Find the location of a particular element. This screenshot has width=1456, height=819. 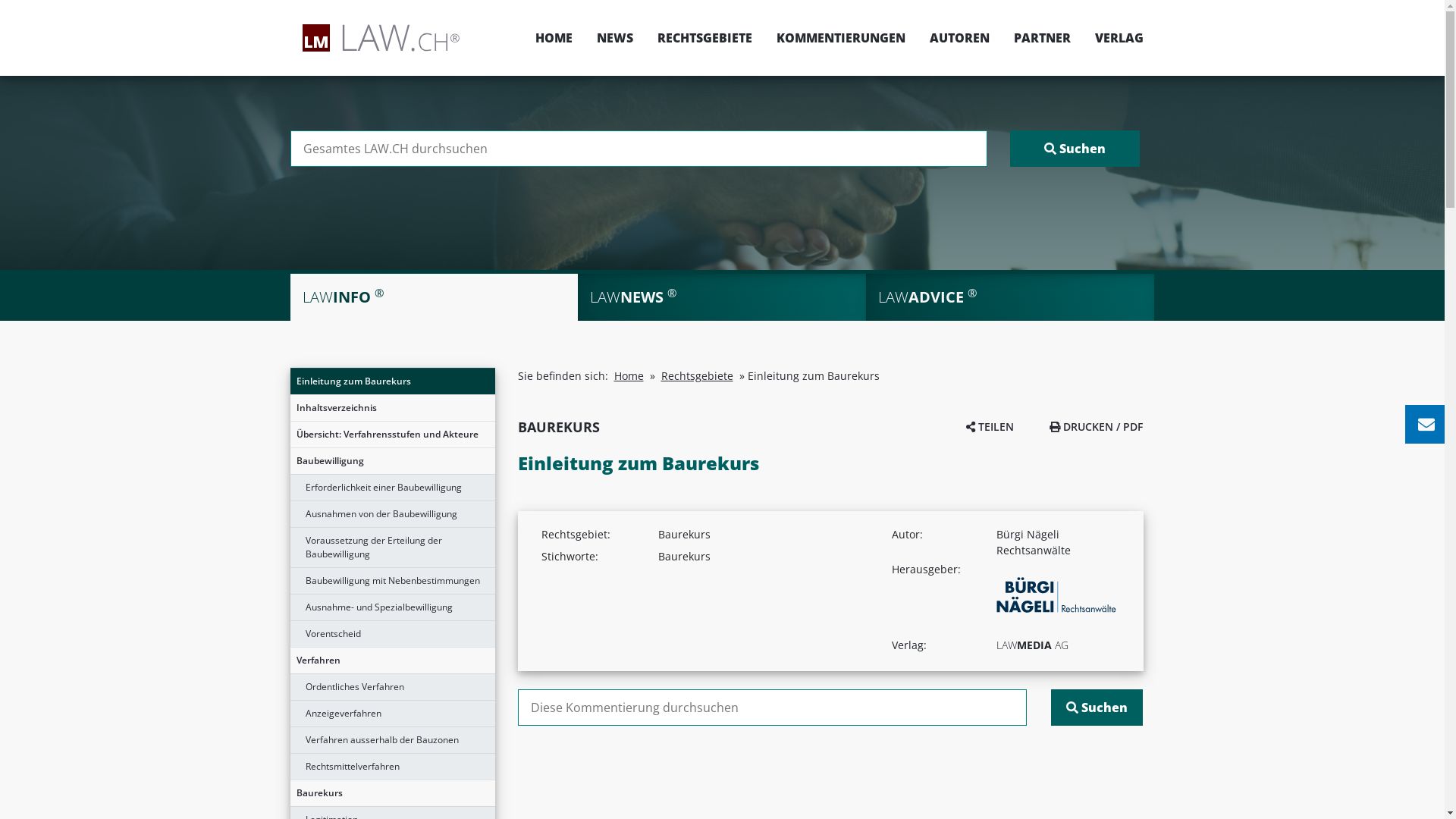

'PARTNER' is located at coordinates (1040, 37).